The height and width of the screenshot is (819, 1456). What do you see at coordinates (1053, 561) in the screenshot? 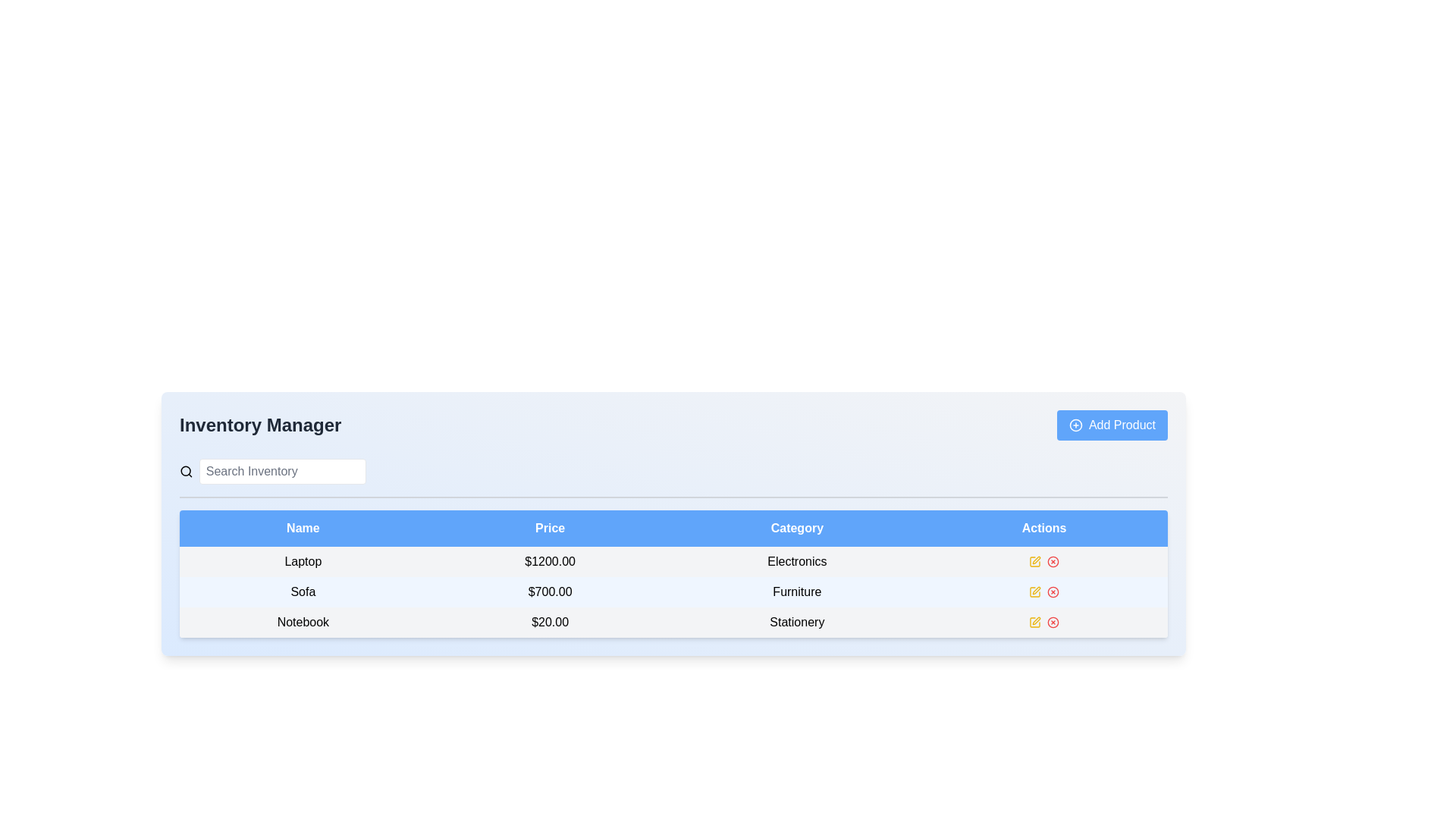
I see `the delete button in the 'Actions' column of the table corresponding to the 'Laptop' entry, located to the right of the yellow pencil icon` at bounding box center [1053, 561].